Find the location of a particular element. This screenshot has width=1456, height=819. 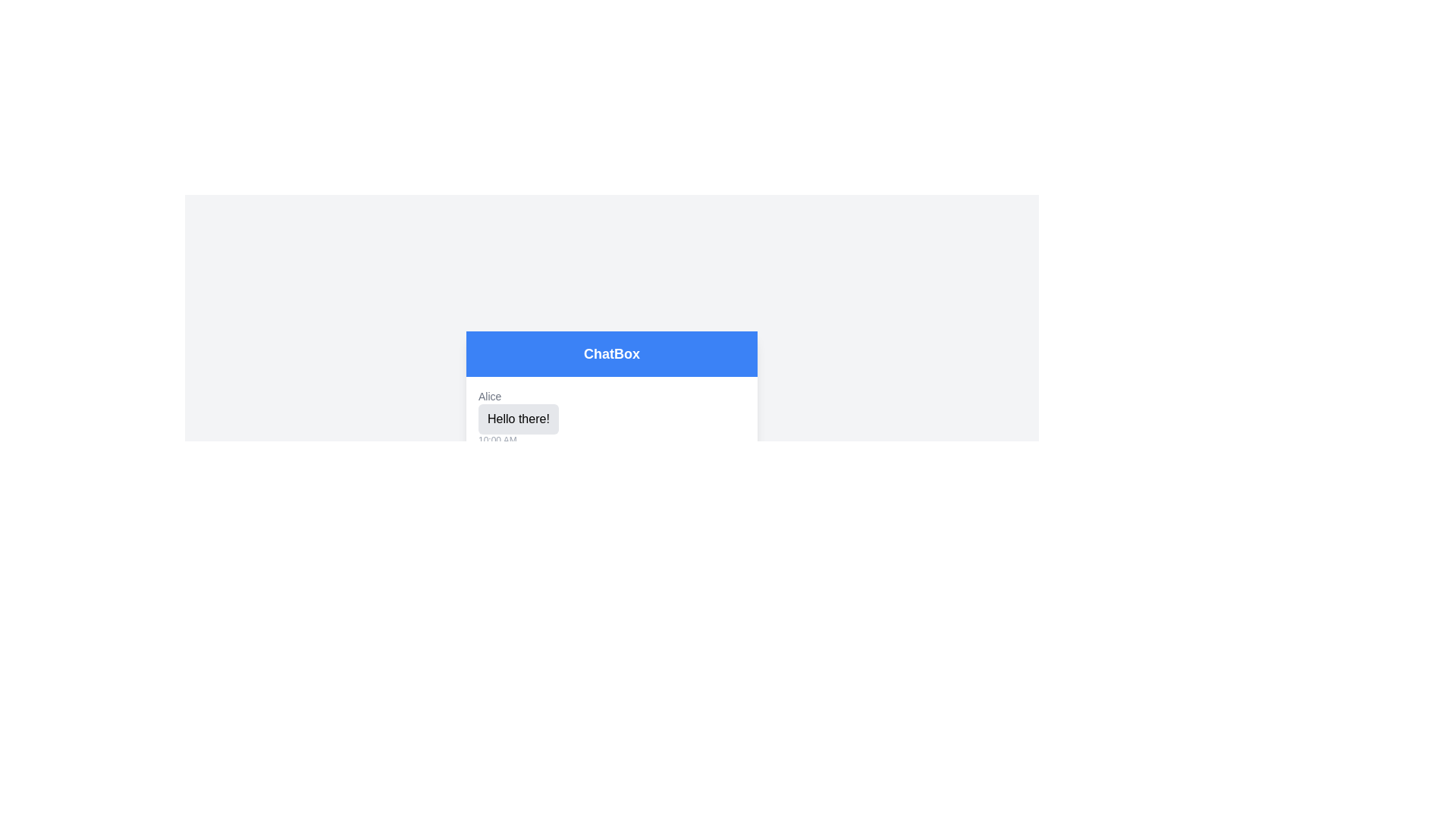

the non-interactive text display element that shows a message in the chat interface, positioned beneath the username label 'Alice' and above the timestamp '10:00 AM' is located at coordinates (518, 419).